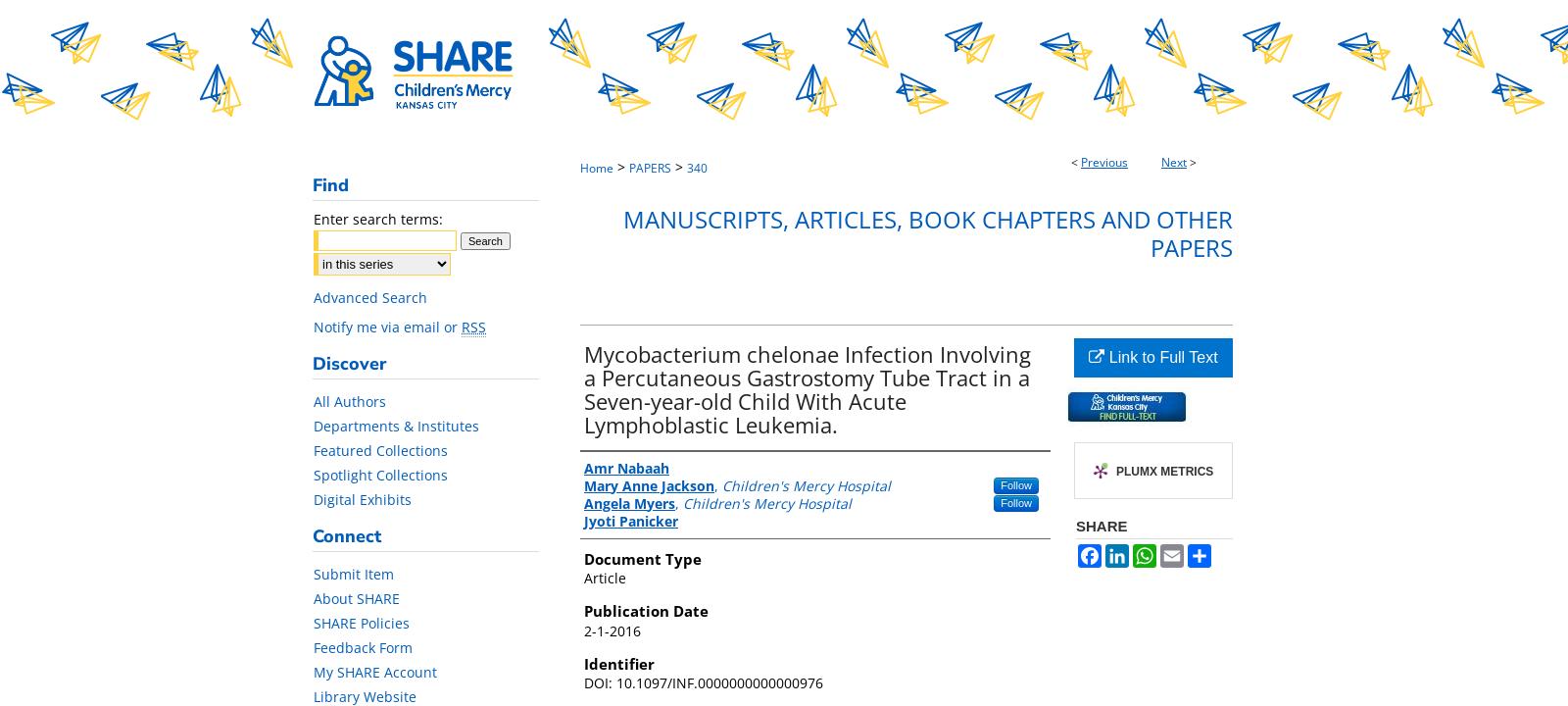  Describe the element at coordinates (583, 662) in the screenshot. I see `'Identifier'` at that location.